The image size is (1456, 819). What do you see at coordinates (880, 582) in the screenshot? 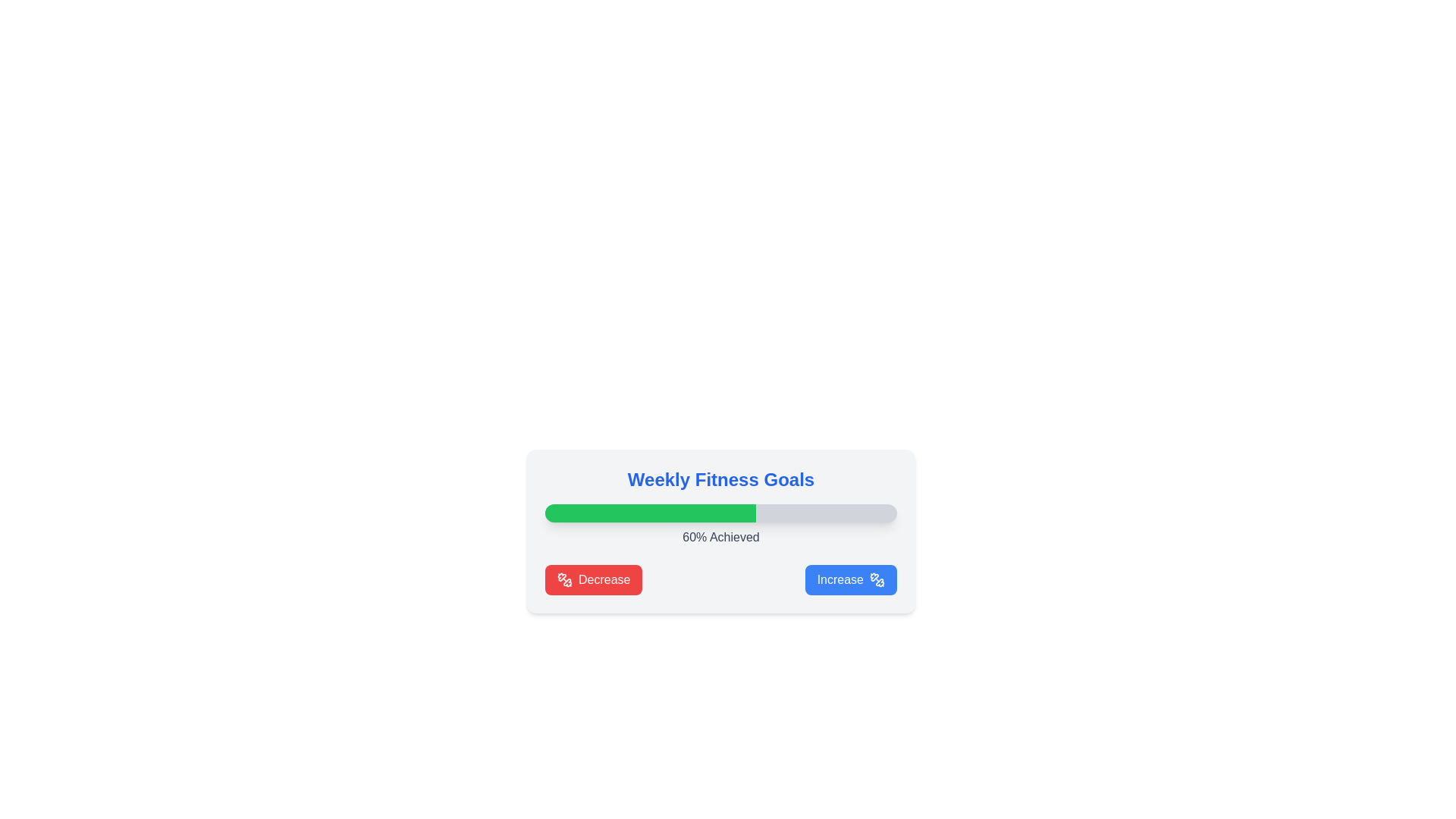
I see `the stylized dumbbell graphic within the SVG group on the right-hand side of the blue 'Increase' button` at bounding box center [880, 582].